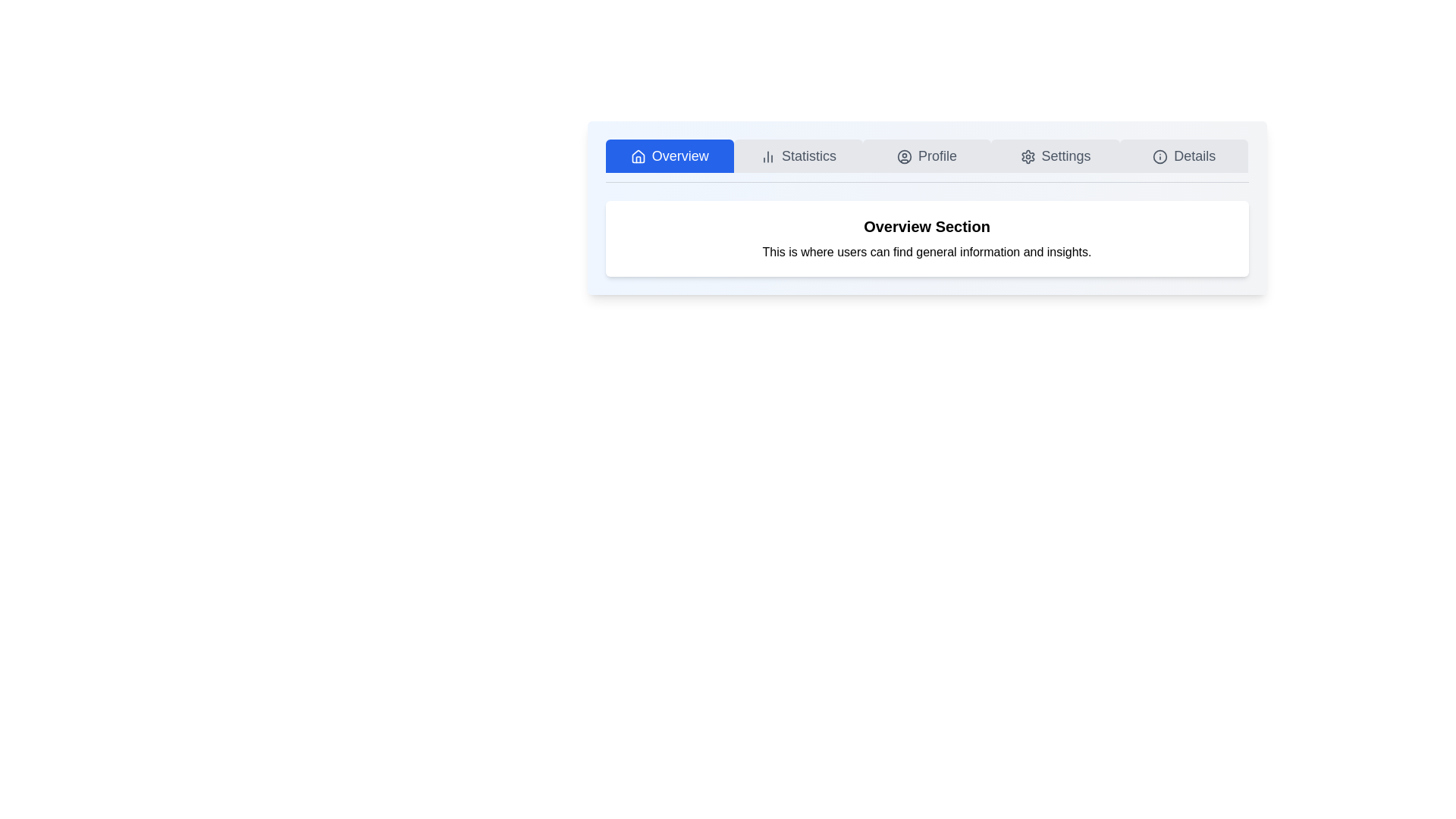 The image size is (1456, 819). Describe the element at coordinates (1183, 155) in the screenshot. I see `the 'Details' tab located at the far right of the navigation bar` at that location.